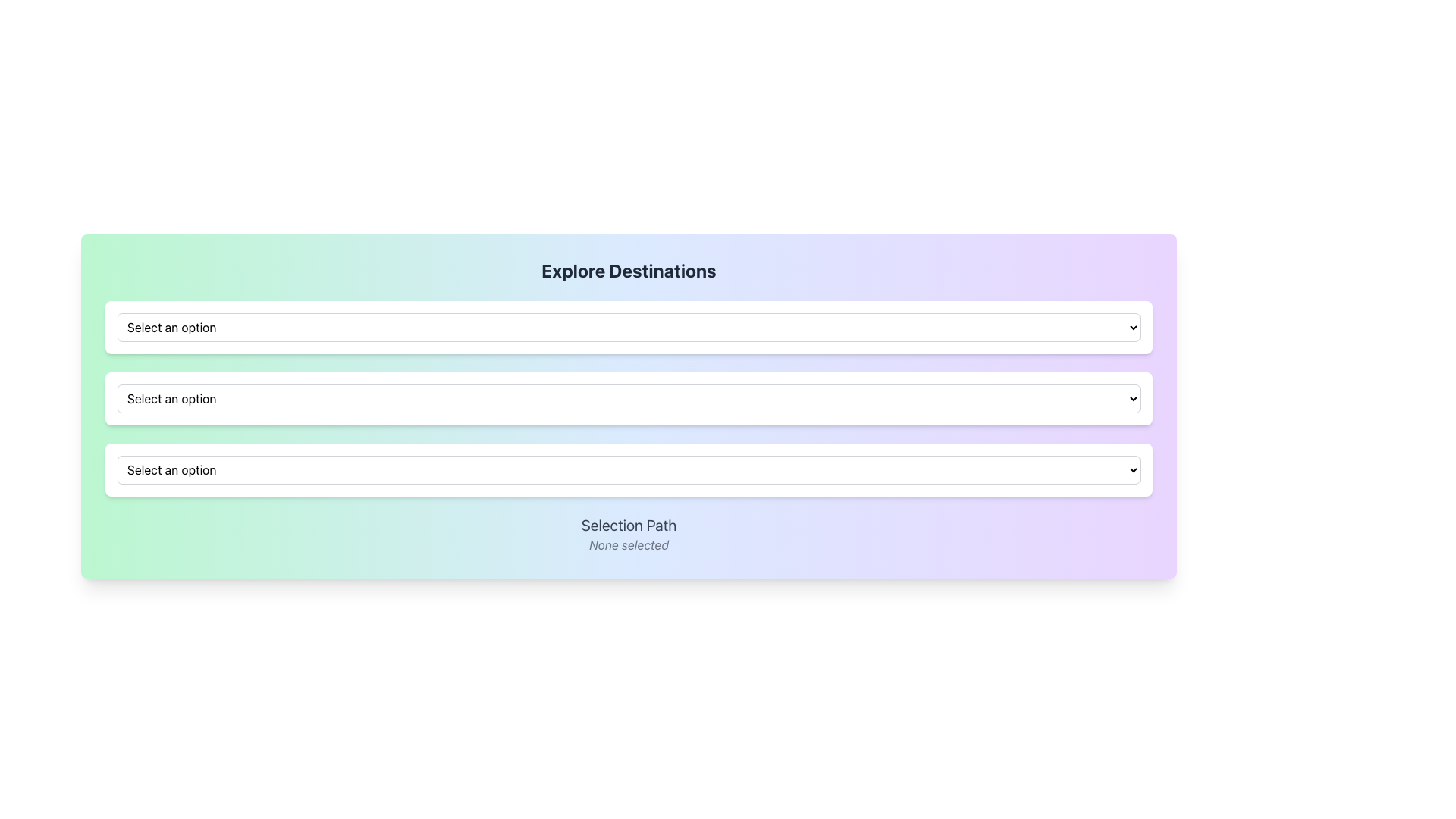  Describe the element at coordinates (629, 270) in the screenshot. I see `the text label 'Explore Destinations' which is styled with bold, large font and positioned at the top of a colorful, gradient background section` at that location.